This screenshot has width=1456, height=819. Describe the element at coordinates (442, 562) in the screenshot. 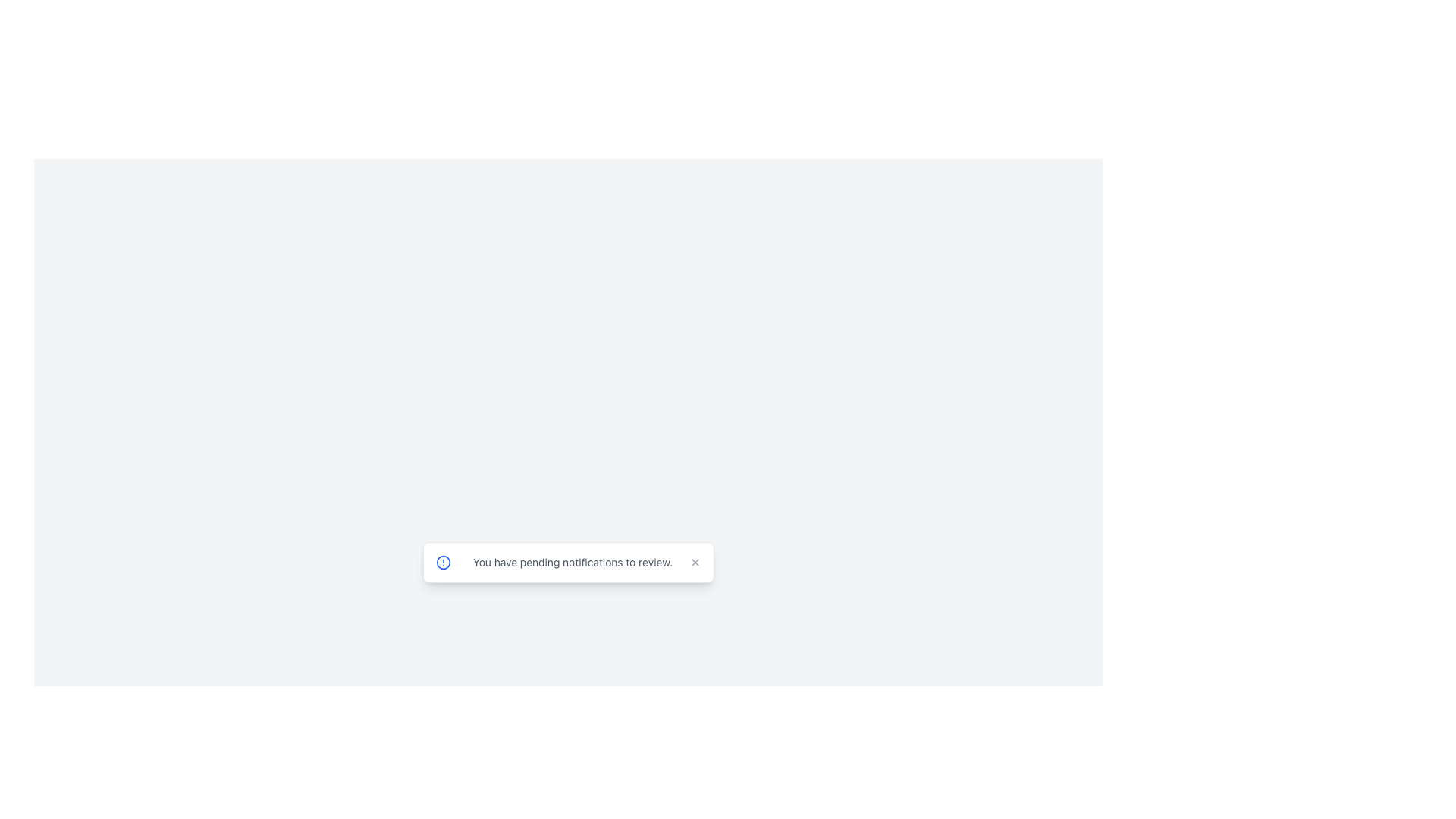

I see `the SVG circle notification icon indicating alerts or status updates, positioned to the left of the text 'You have pending notifications to review.'` at that location.